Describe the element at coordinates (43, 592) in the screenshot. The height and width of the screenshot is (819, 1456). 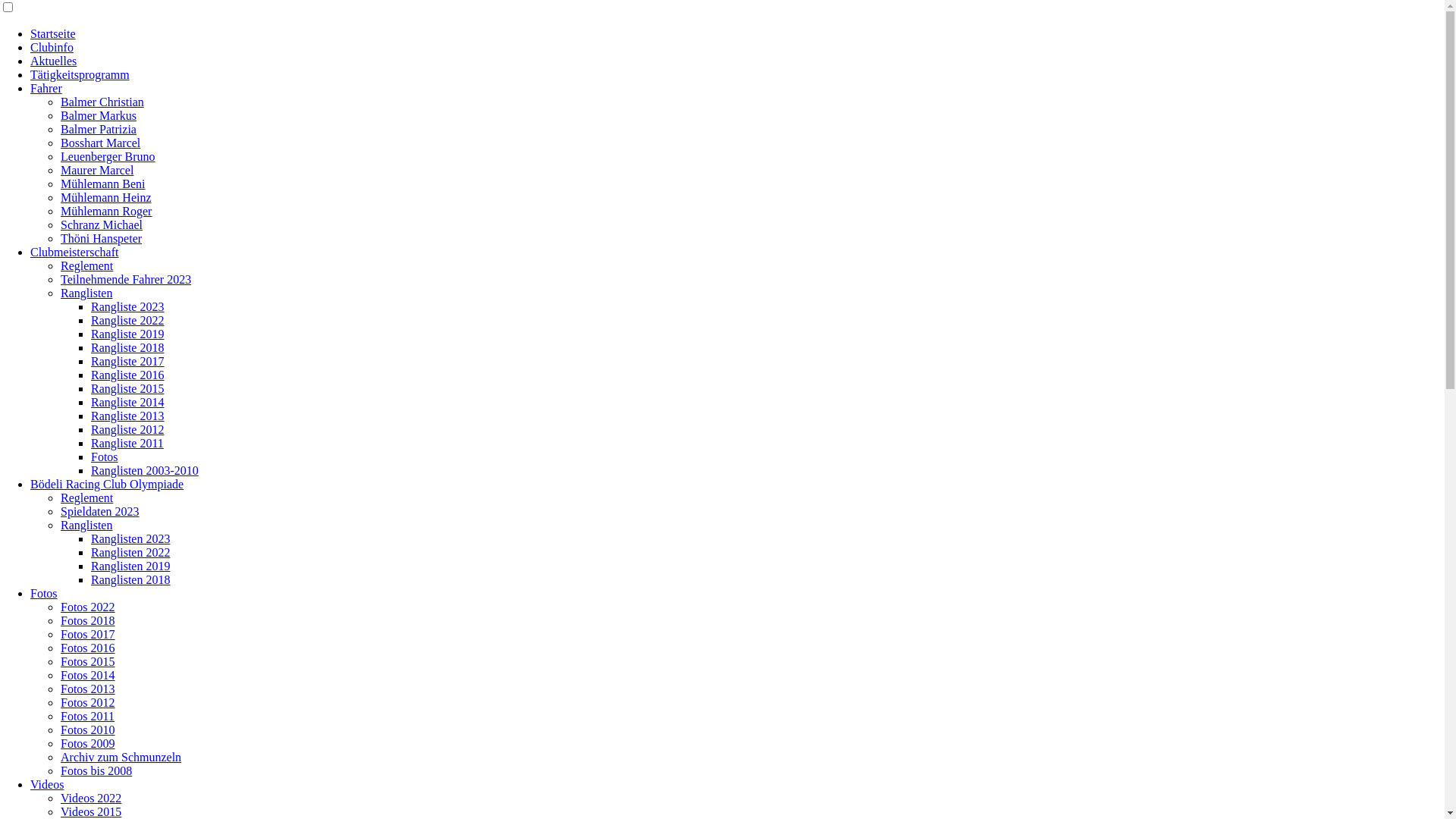
I see `'Fotos'` at that location.